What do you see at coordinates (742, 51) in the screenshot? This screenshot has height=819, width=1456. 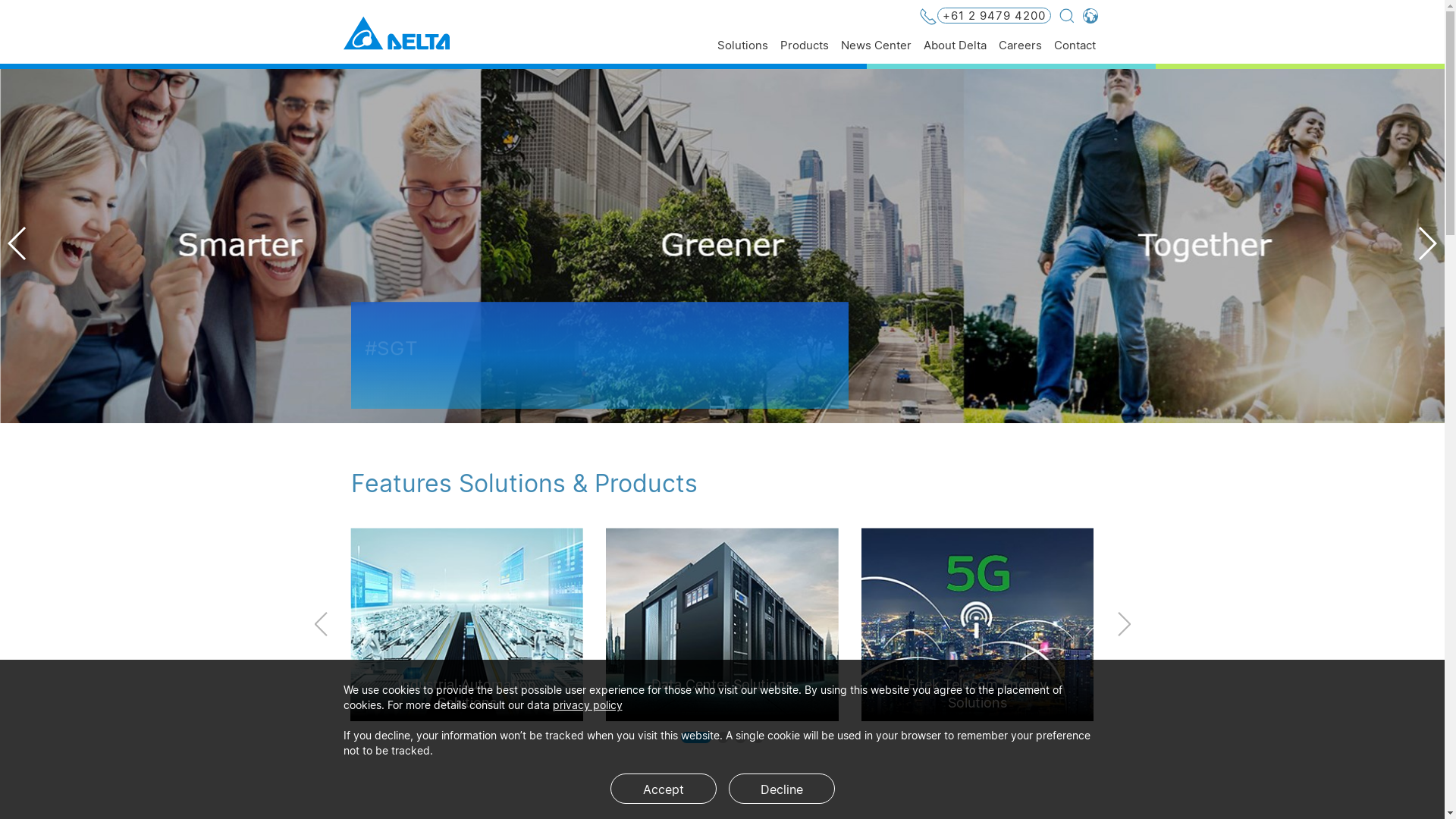 I see `'Solutions'` at bounding box center [742, 51].